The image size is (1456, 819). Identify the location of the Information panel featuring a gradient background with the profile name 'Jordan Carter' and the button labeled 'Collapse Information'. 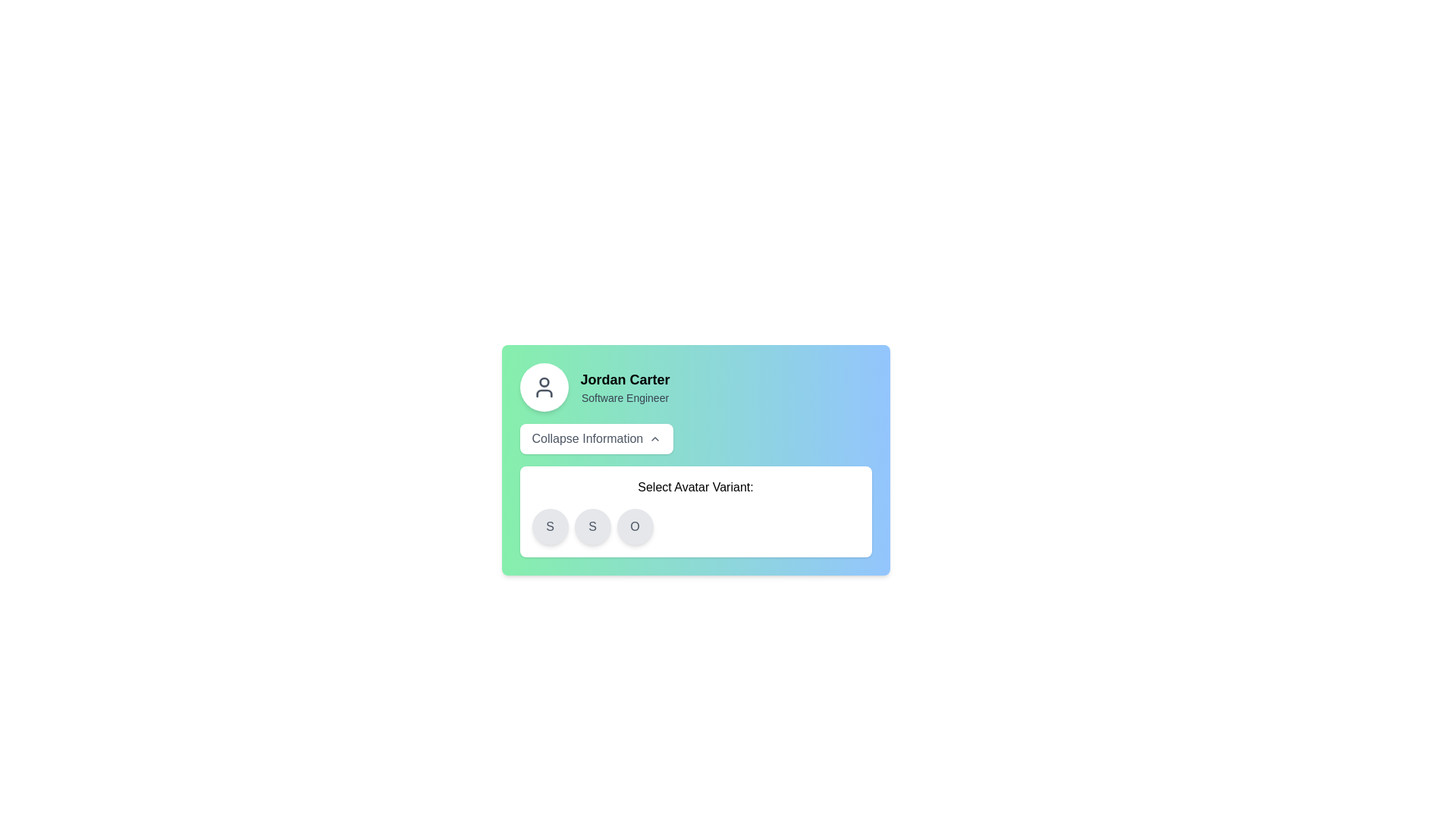
(695, 459).